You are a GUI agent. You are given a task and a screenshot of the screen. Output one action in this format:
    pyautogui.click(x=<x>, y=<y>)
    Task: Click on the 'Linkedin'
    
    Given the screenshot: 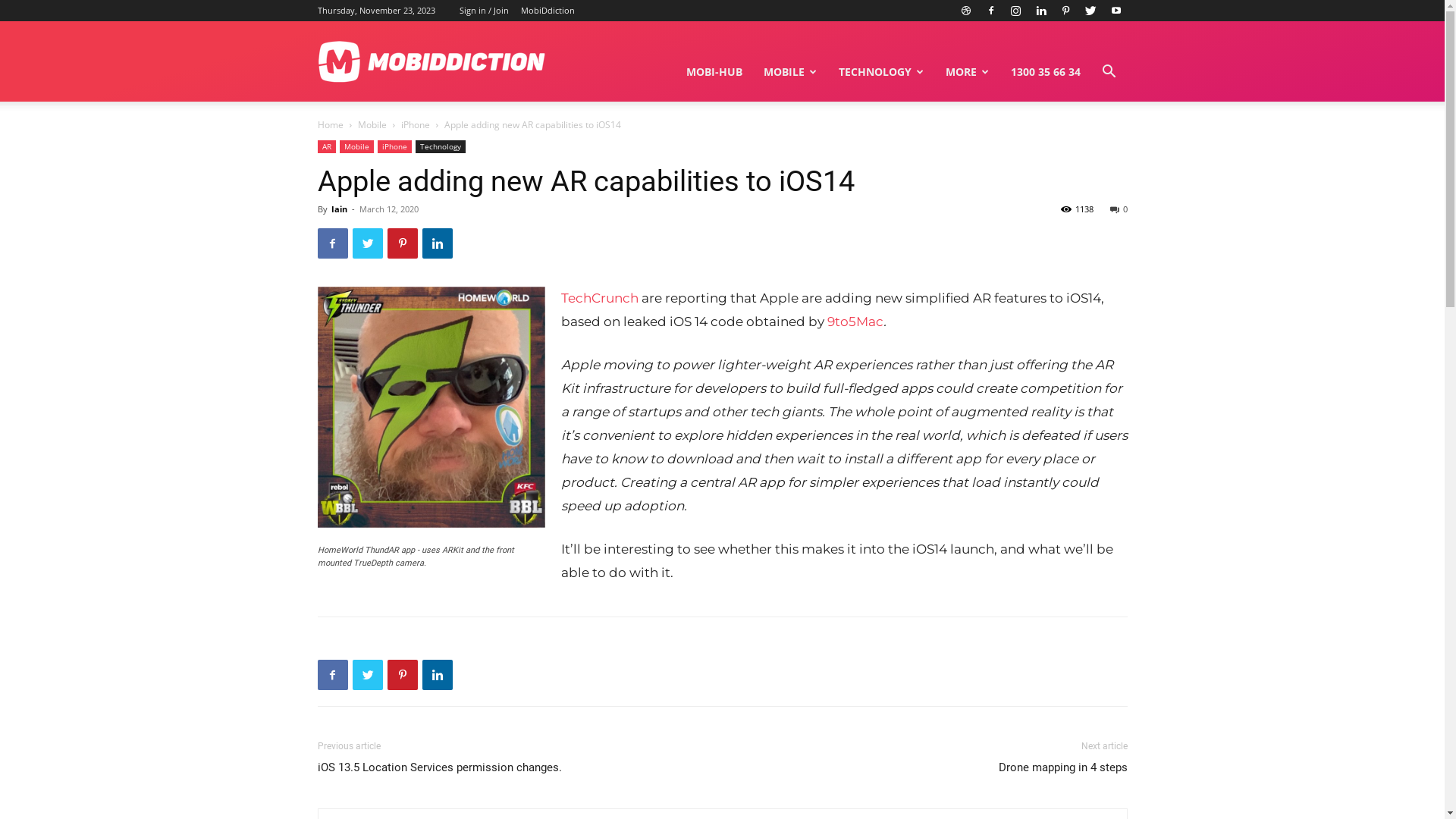 What is the action you would take?
    pyautogui.click(x=1040, y=11)
    